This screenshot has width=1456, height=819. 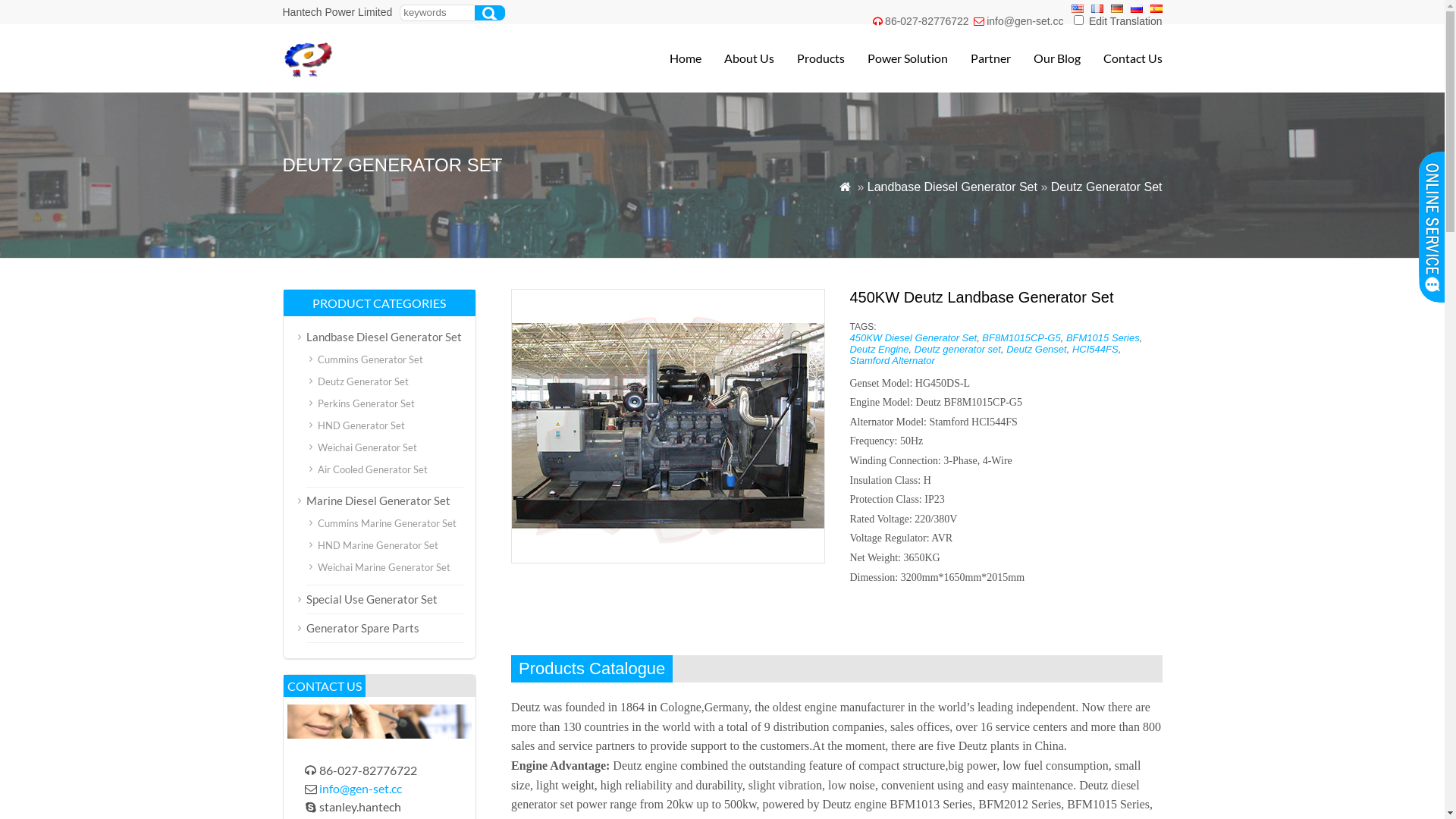 What do you see at coordinates (1095, 349) in the screenshot?
I see `'HCI544FS'` at bounding box center [1095, 349].